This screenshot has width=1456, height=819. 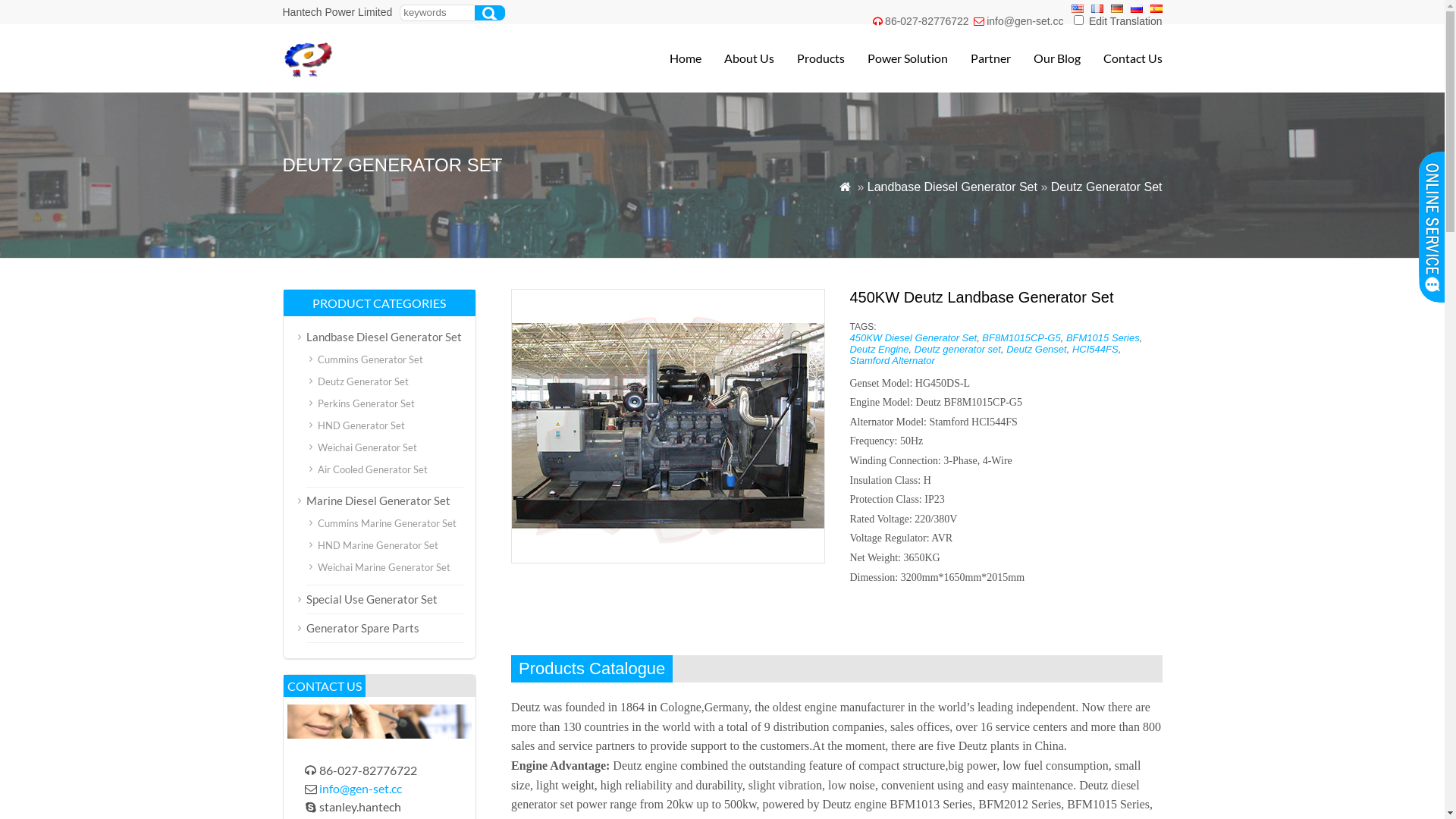 What do you see at coordinates (1095, 349) in the screenshot?
I see `'HCI544FS'` at bounding box center [1095, 349].